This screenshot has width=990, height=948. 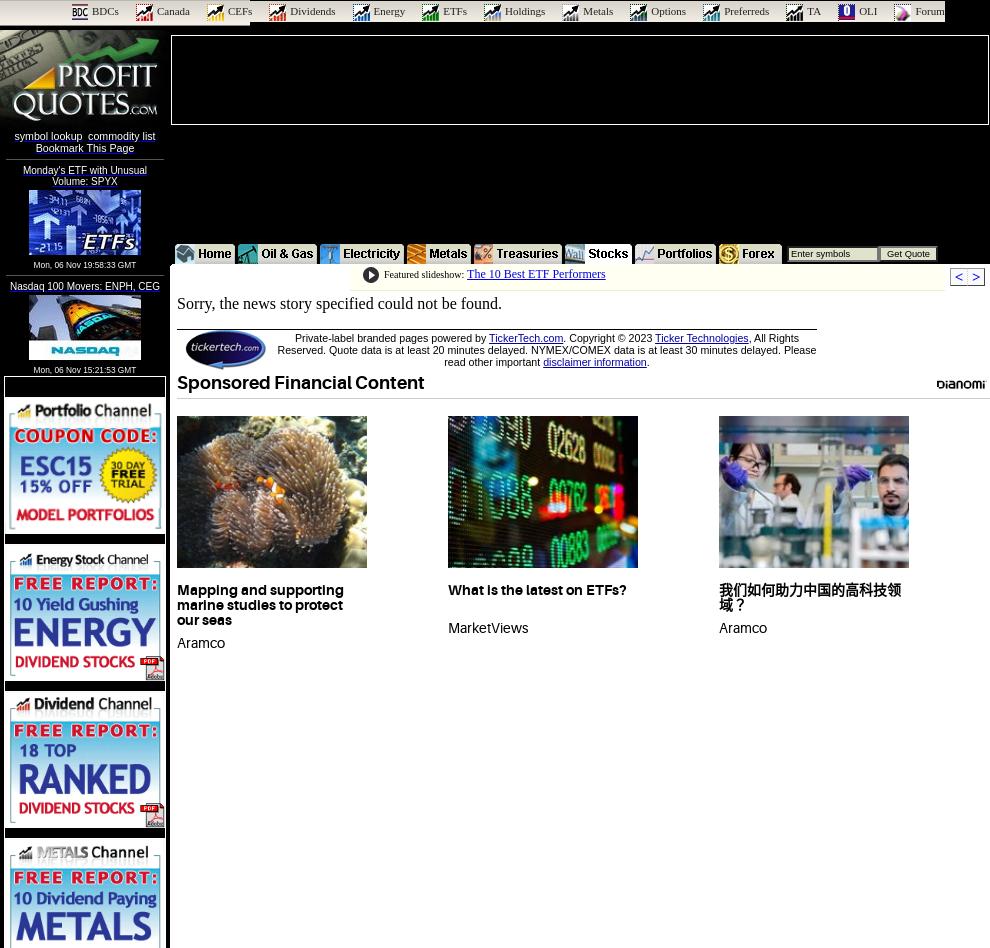 What do you see at coordinates (172, 10) in the screenshot?
I see `'Canada'` at bounding box center [172, 10].